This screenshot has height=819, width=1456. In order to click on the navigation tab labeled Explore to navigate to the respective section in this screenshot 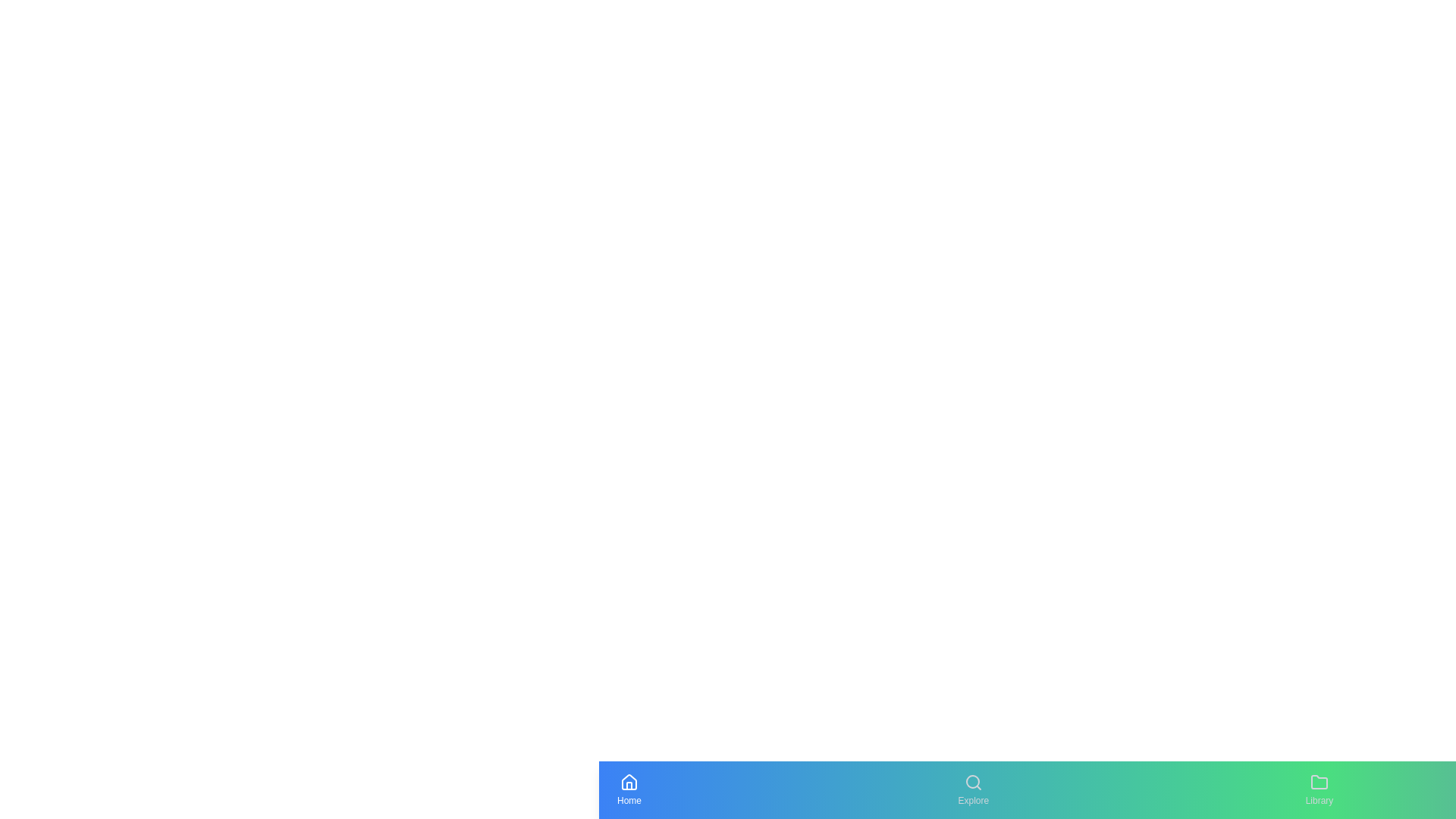, I will do `click(972, 789)`.